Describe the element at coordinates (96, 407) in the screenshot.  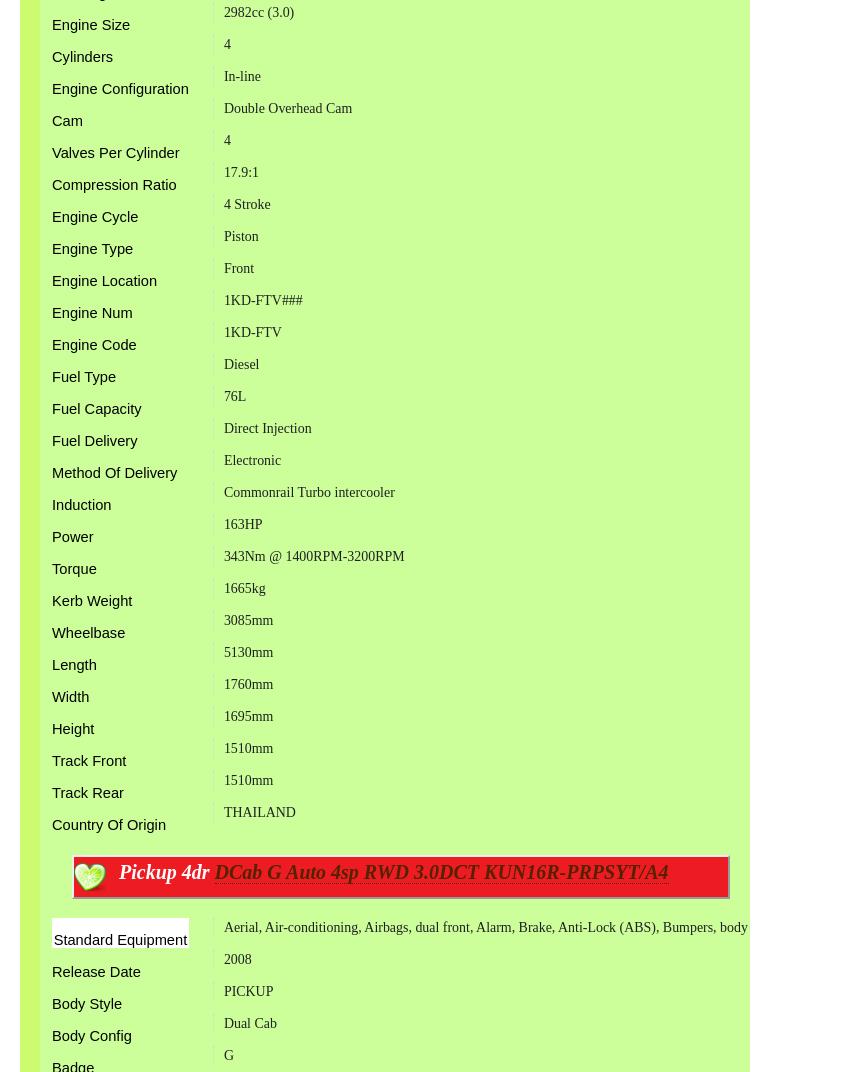
I see `'Fuel Capacity'` at that location.